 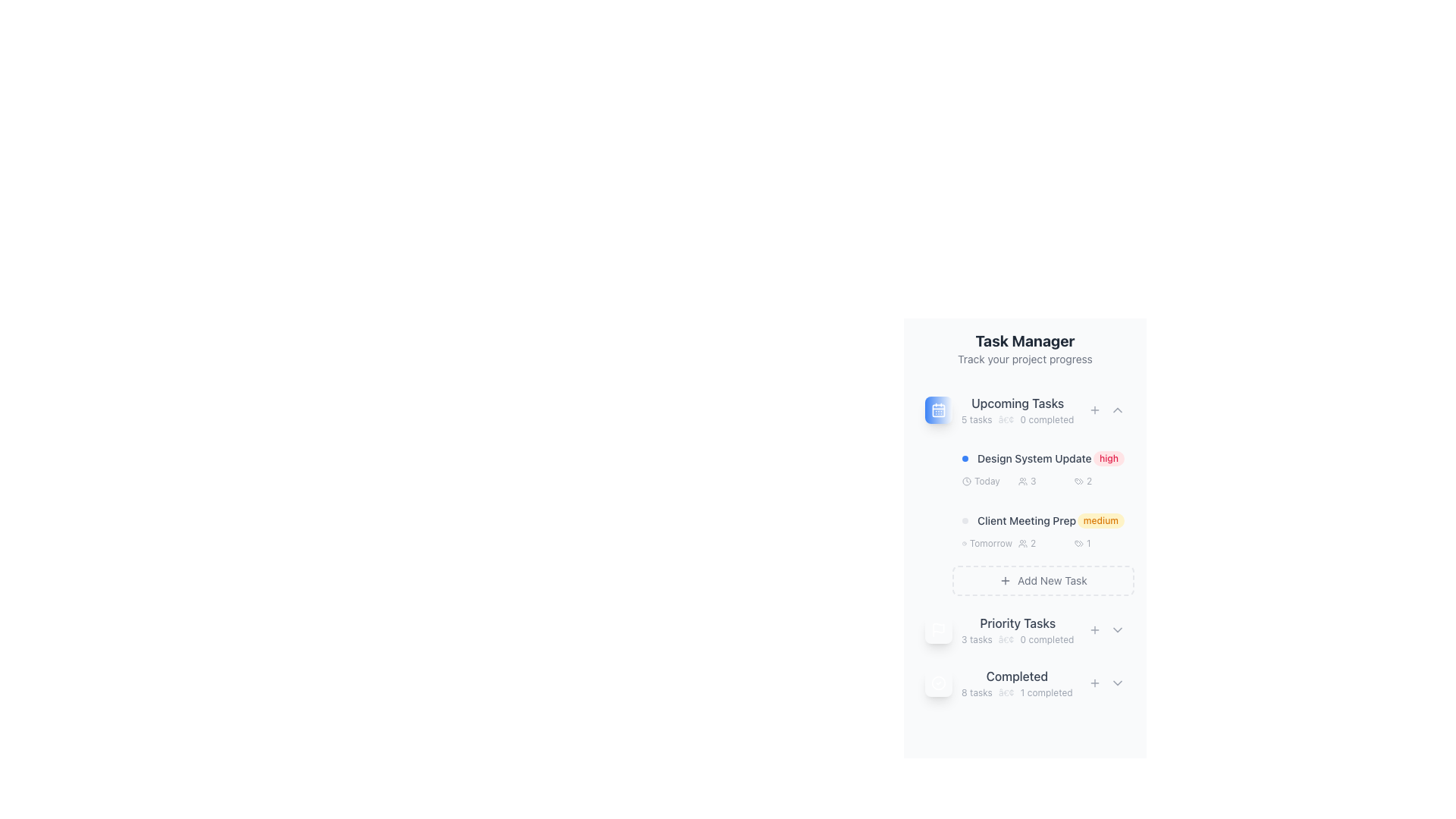 What do you see at coordinates (1006, 693) in the screenshot?
I see `the small, circular Separator icon located in the footer section of the 'Completed' tasks card, positioned between '8 tasks' and '1 completed'` at bounding box center [1006, 693].